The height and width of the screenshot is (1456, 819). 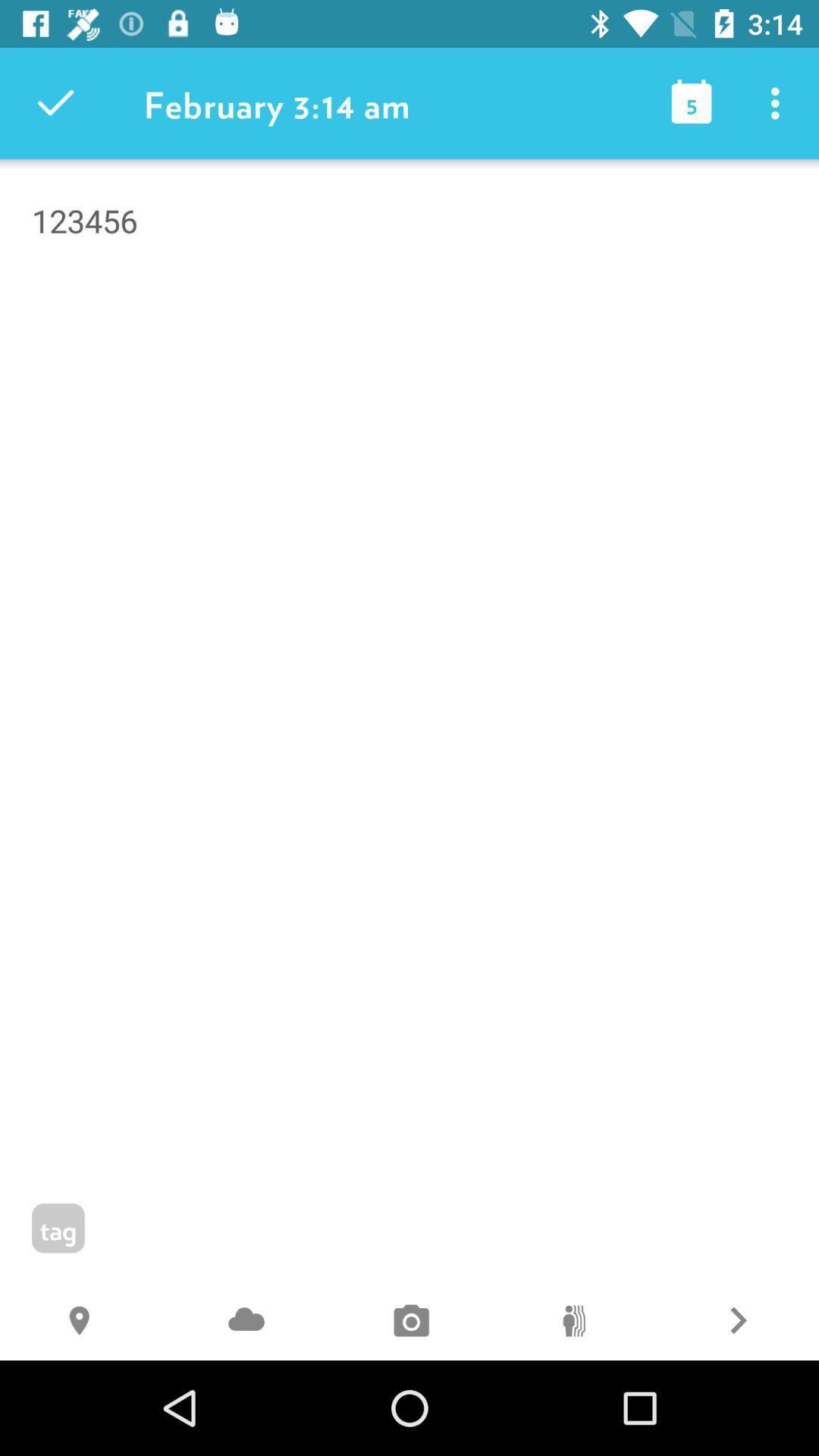 I want to click on the 0, so click(x=573, y=1322).